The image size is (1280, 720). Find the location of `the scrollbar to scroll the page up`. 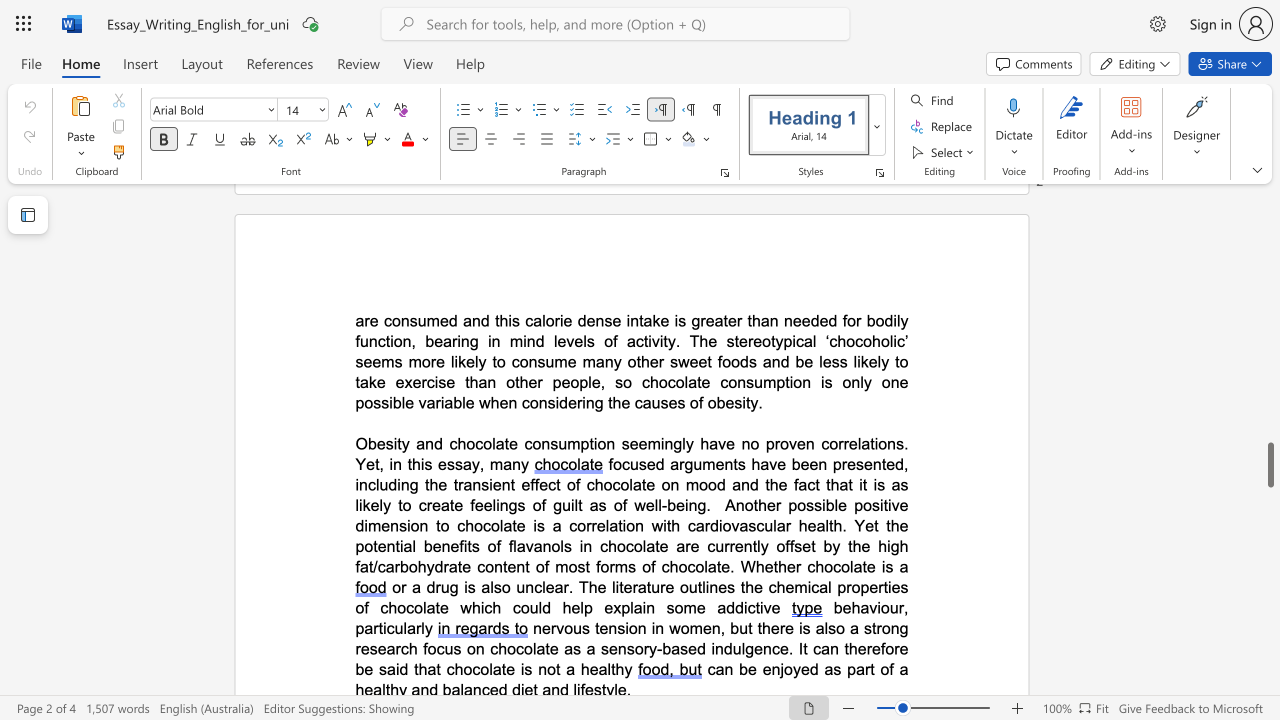

the scrollbar to scroll the page up is located at coordinates (1269, 300).